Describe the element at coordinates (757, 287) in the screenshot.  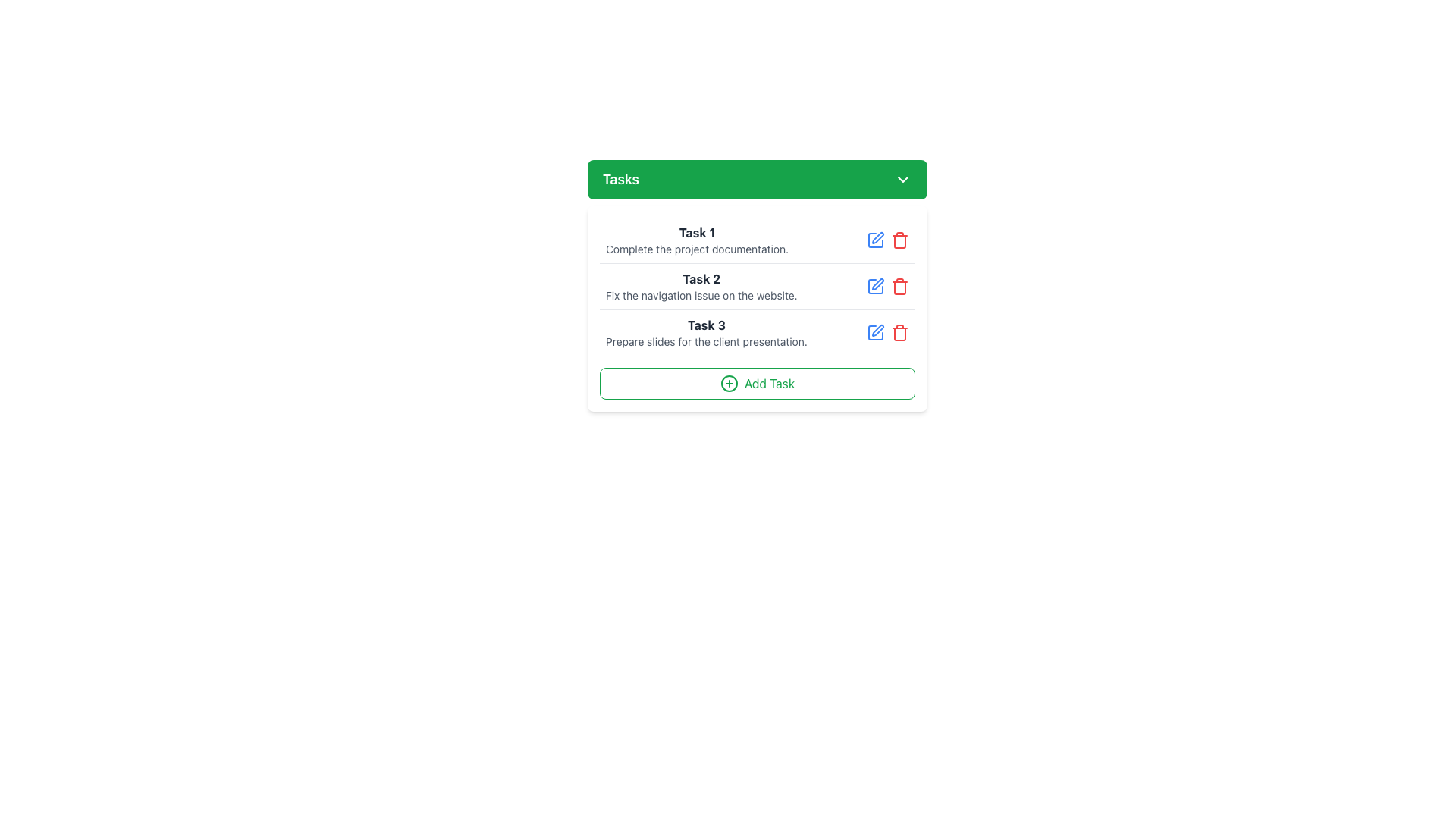
I see `the static text content displaying the description of the second task in the task list, which is located centrally within a card component` at that location.